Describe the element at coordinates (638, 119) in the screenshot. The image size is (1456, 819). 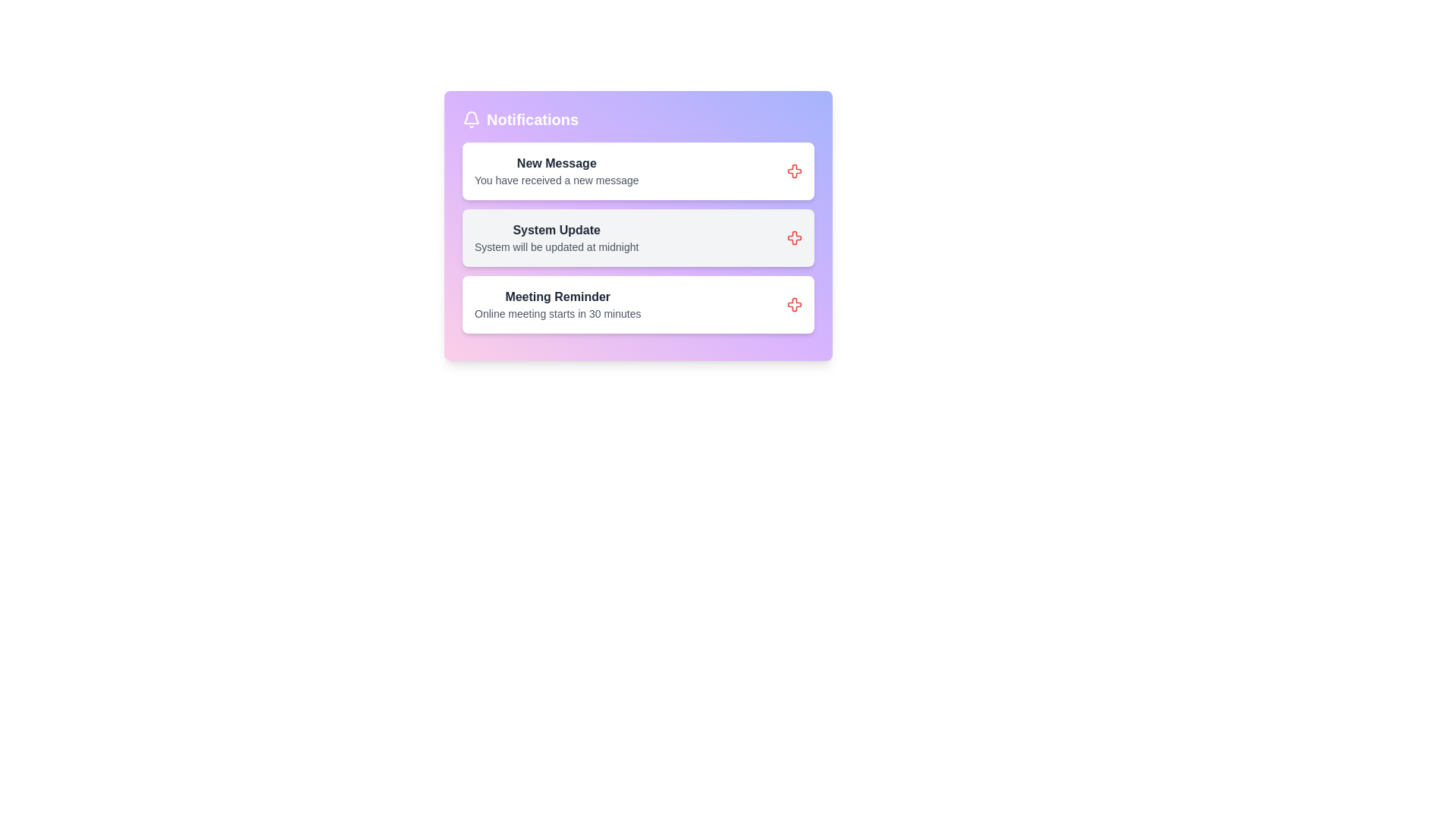
I see `the header section of the notification panel` at that location.